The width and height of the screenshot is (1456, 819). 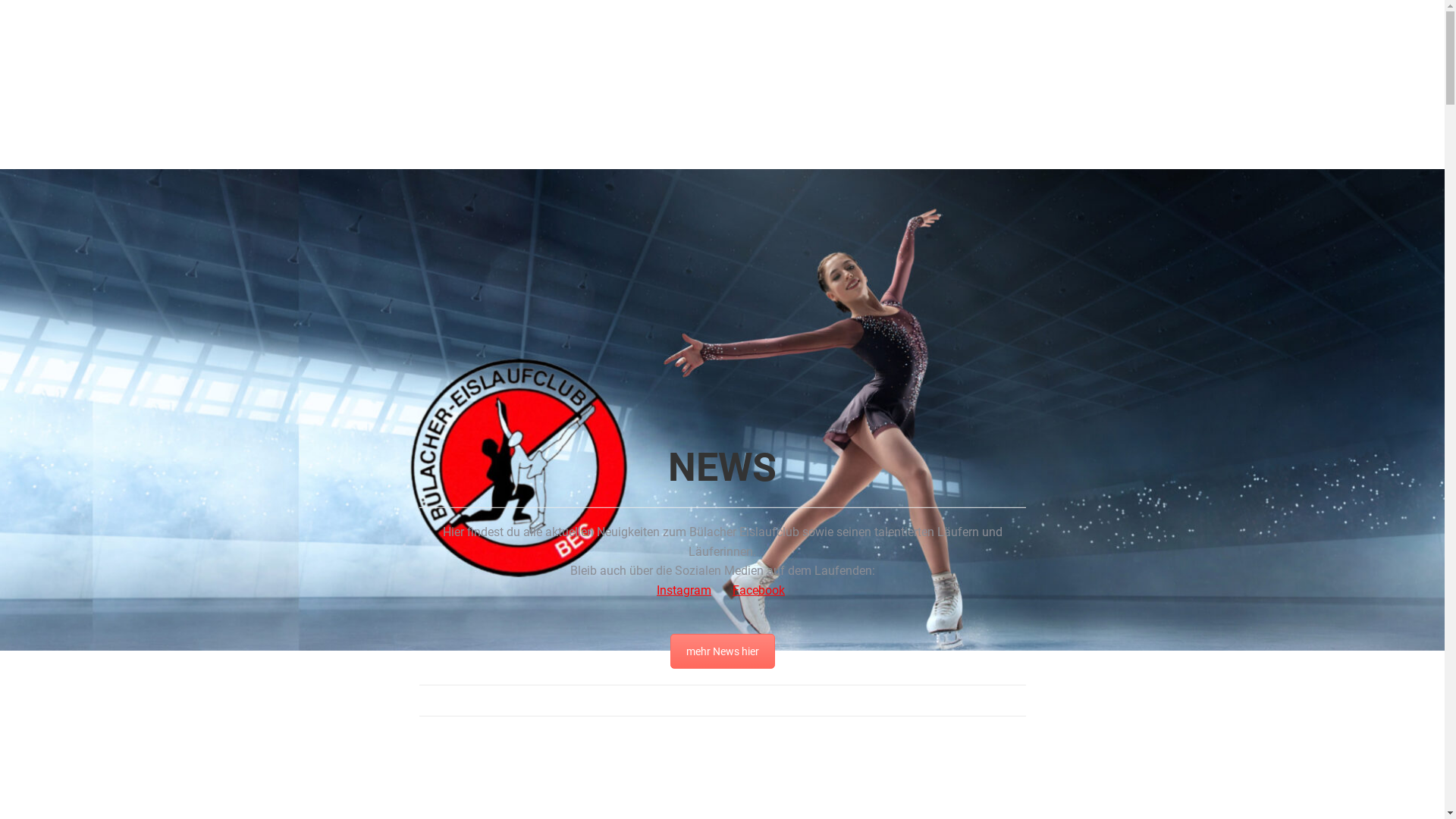 I want to click on 'Instagram', so click(x=683, y=589).